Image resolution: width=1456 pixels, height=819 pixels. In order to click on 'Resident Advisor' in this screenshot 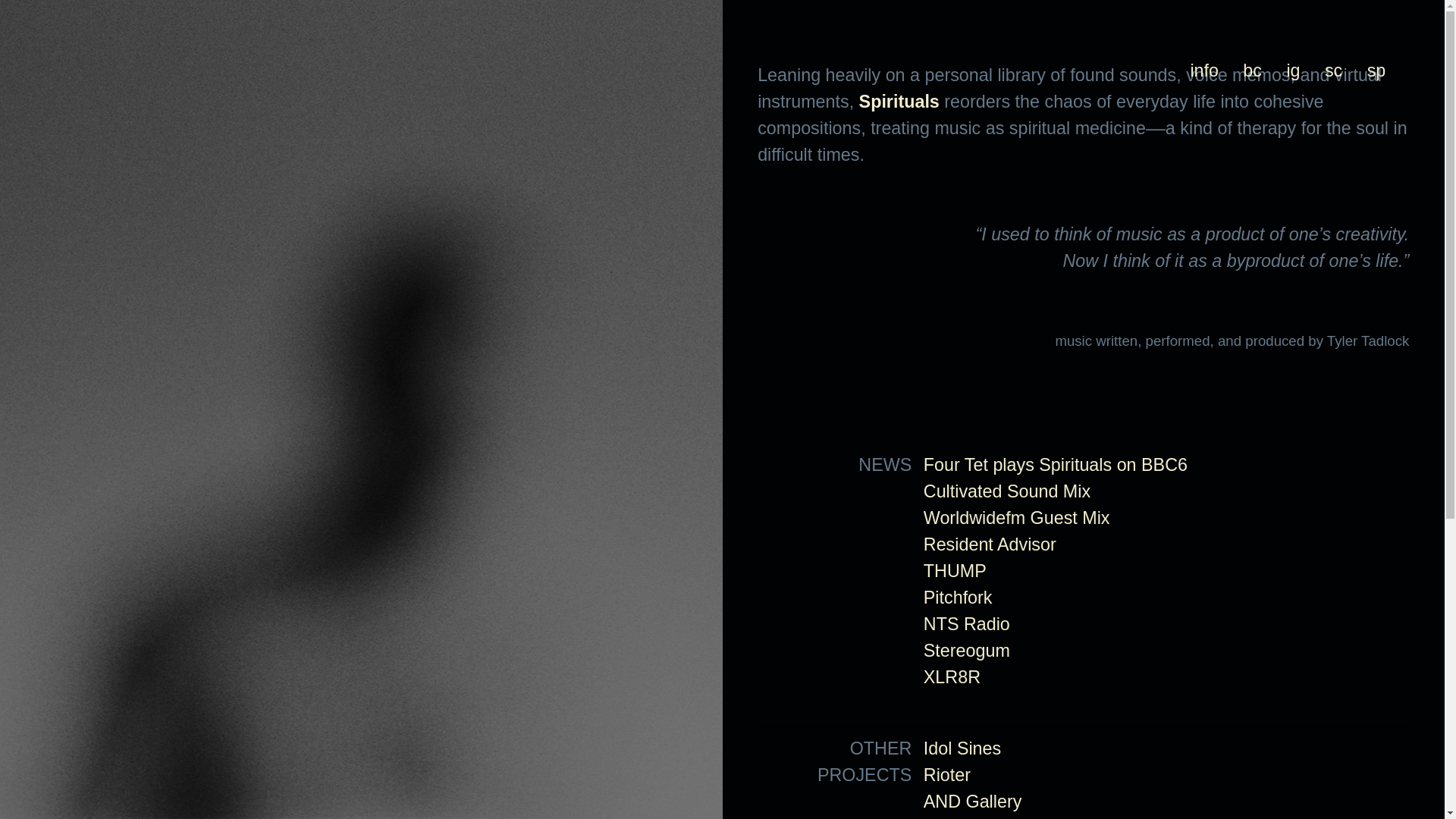, I will do `click(990, 544)`.